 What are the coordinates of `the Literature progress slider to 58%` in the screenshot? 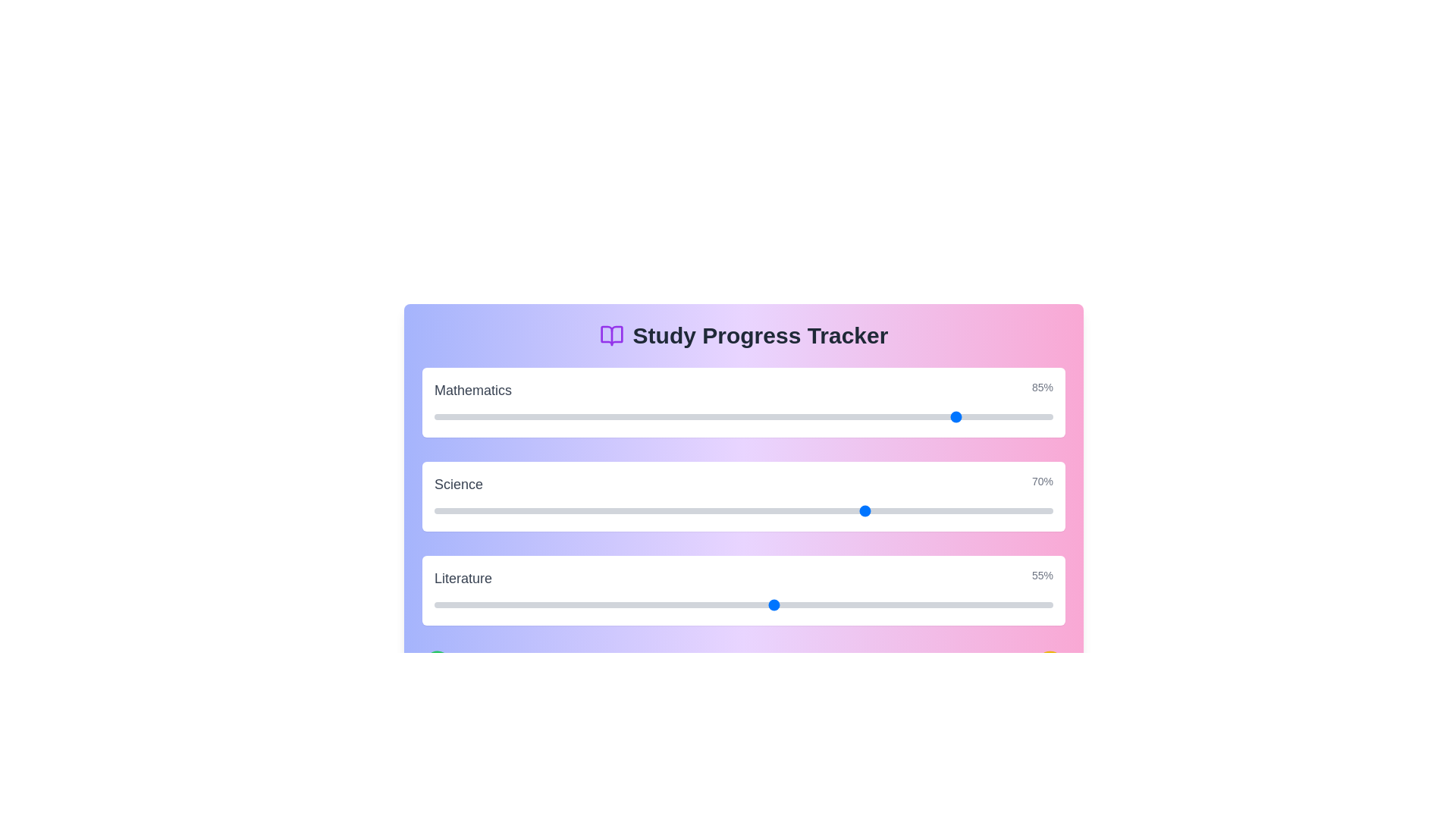 It's located at (792, 604).